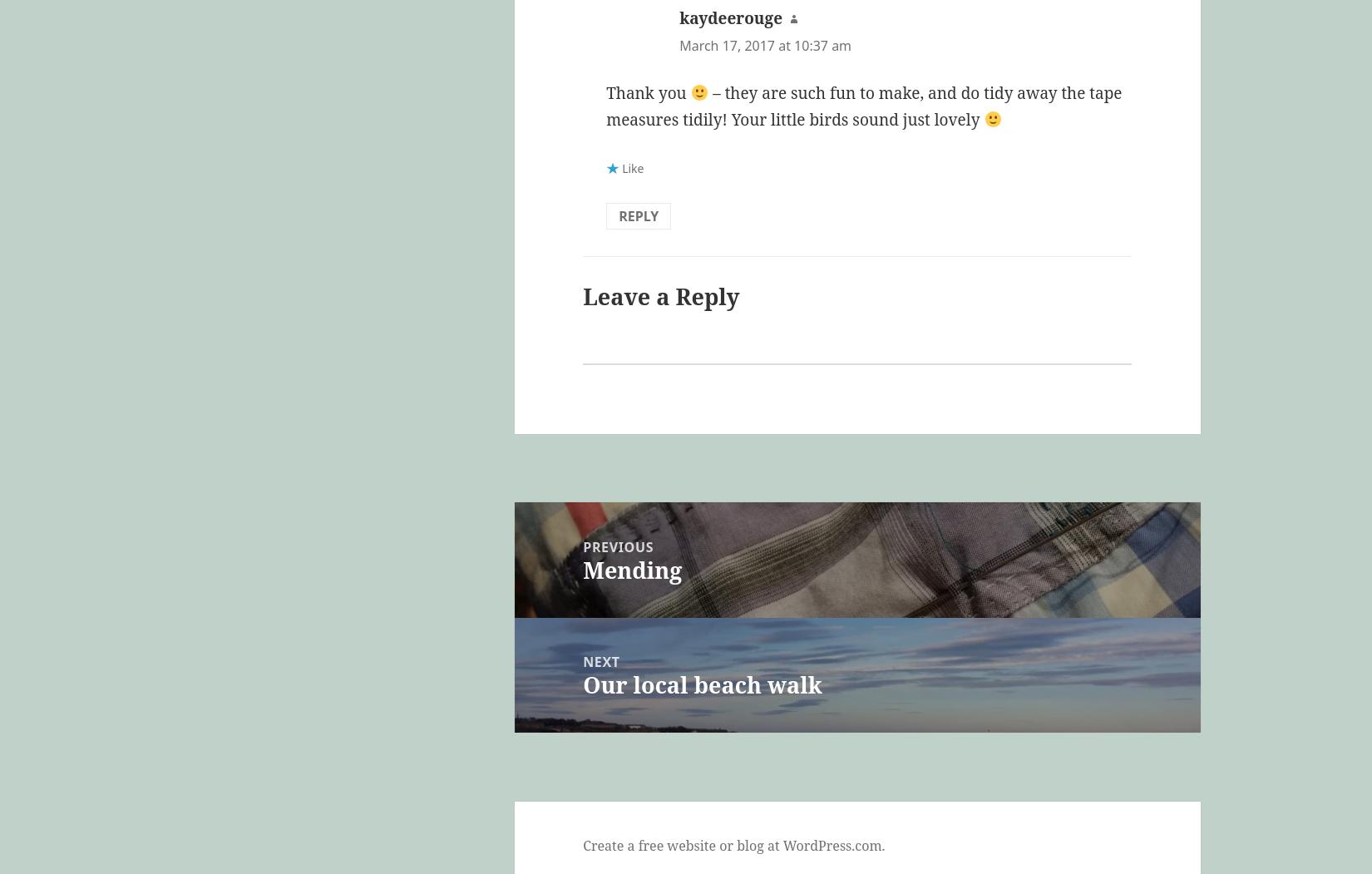  Describe the element at coordinates (617, 546) in the screenshot. I see `'Previous'` at that location.